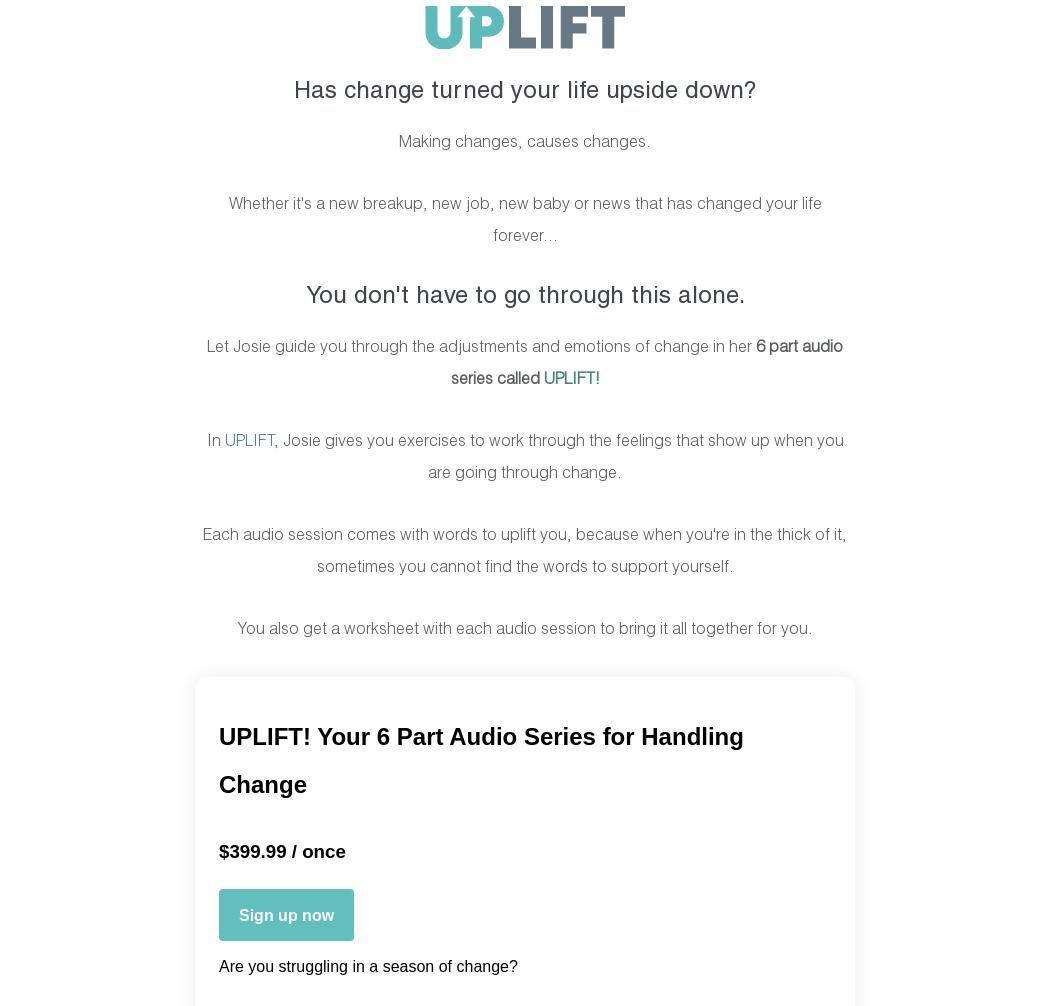 Image resolution: width=1050 pixels, height=1006 pixels. Describe the element at coordinates (645, 362) in the screenshot. I see `'6 part audio series called'` at that location.